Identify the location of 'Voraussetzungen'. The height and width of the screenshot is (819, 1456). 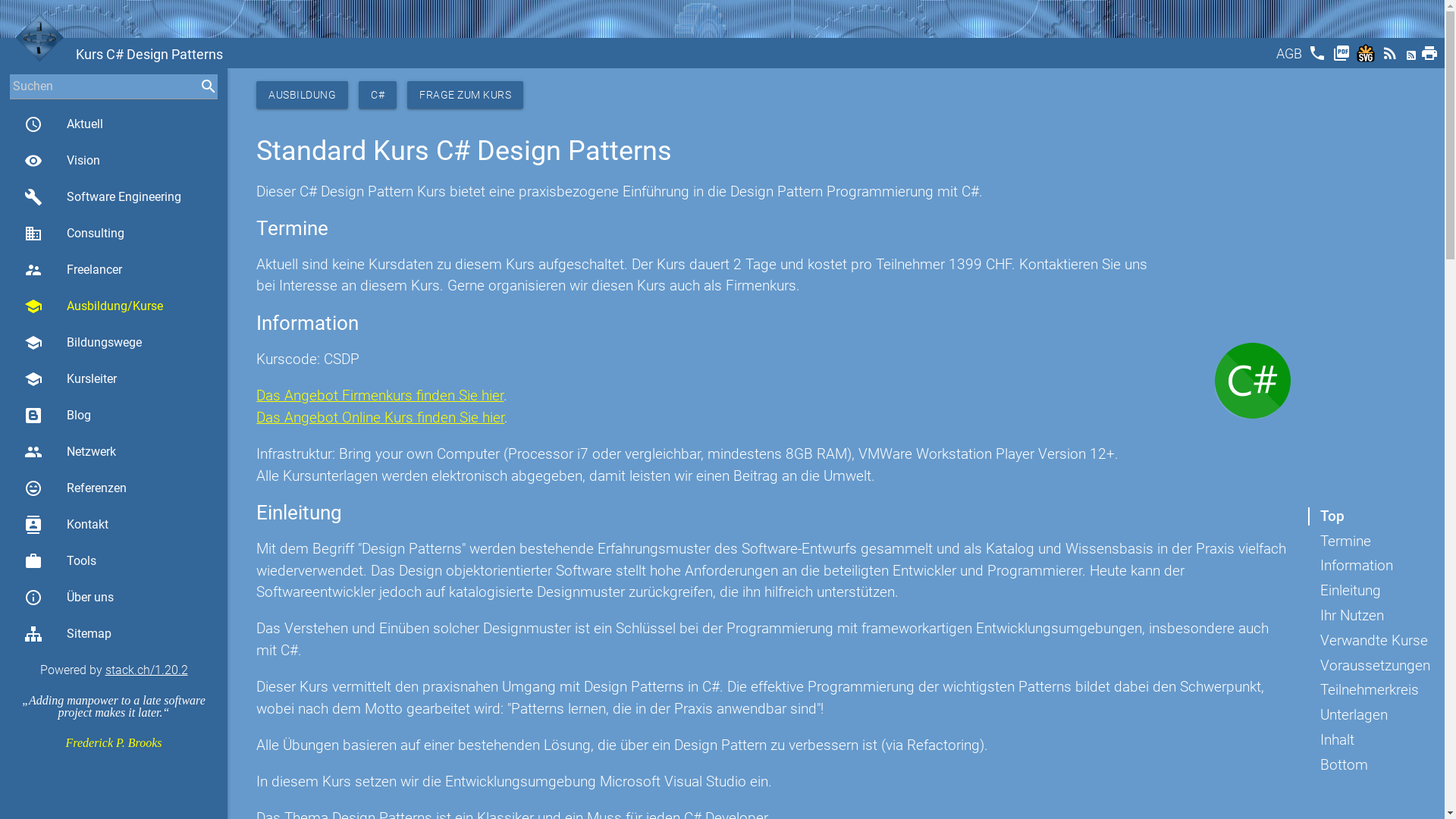
(1369, 665).